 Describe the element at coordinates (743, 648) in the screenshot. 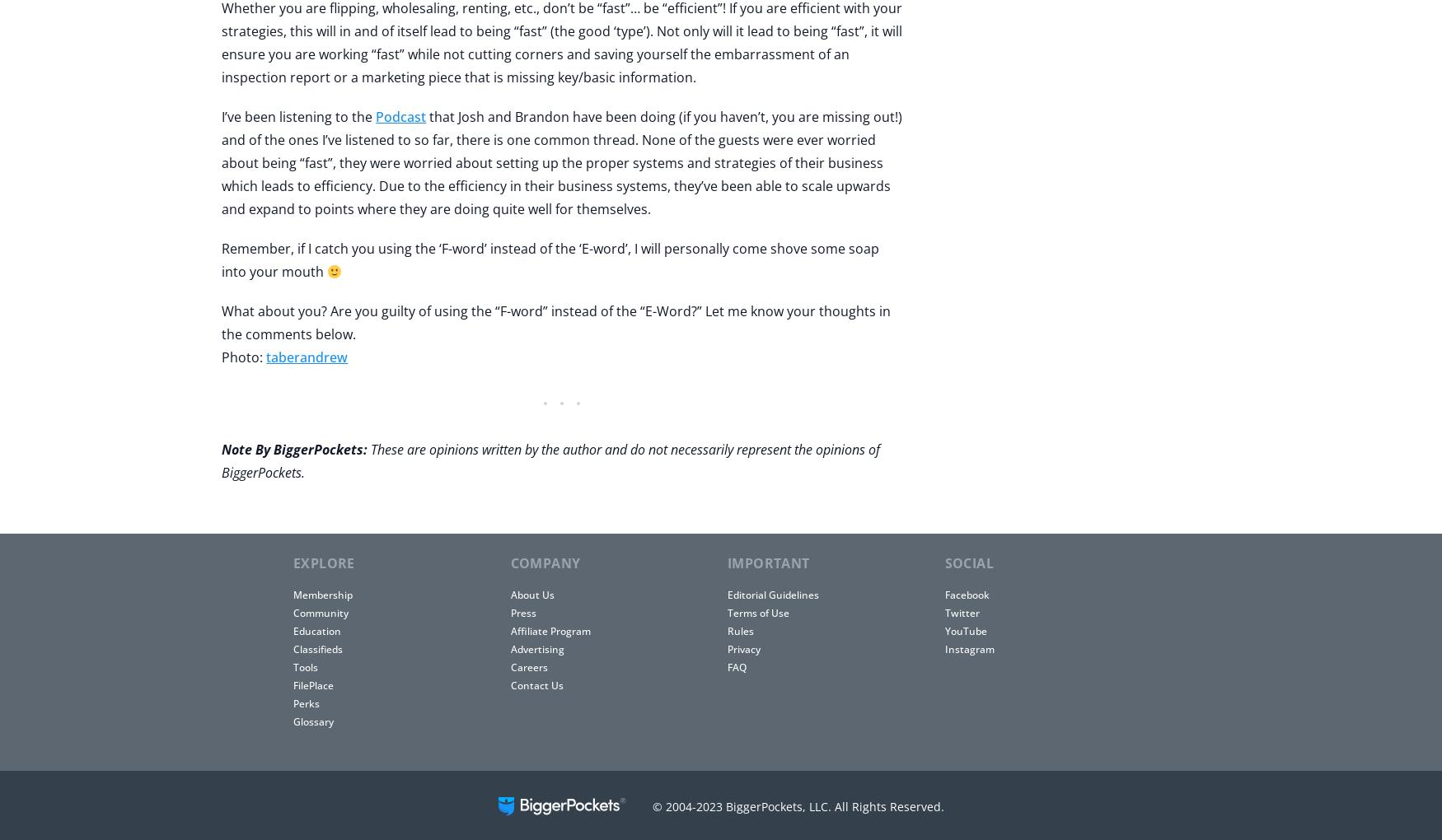

I see `'Privacy'` at that location.